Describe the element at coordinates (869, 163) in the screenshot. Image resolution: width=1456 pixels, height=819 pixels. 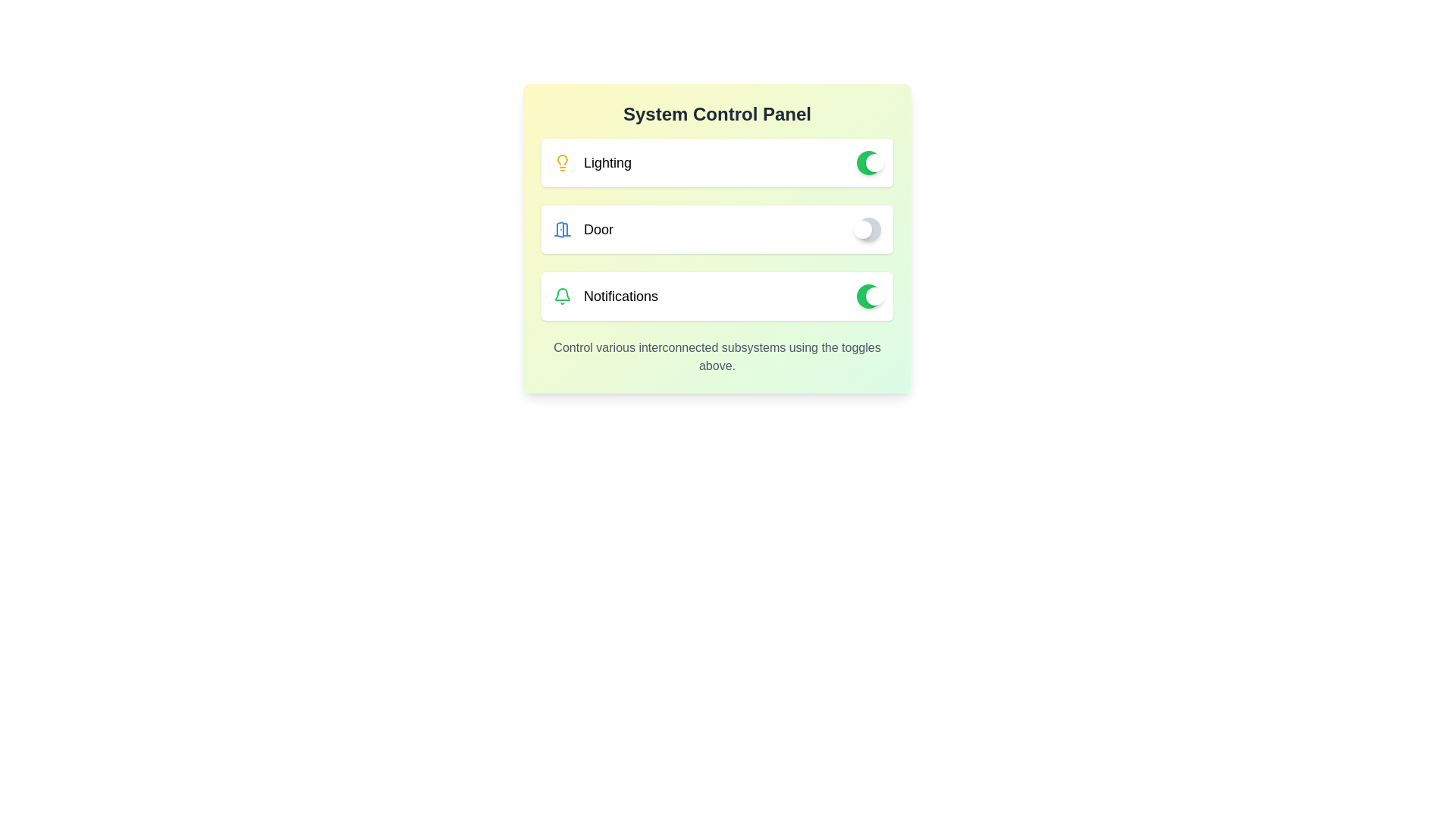
I see `the lighting toggle button to toggle its state` at that location.